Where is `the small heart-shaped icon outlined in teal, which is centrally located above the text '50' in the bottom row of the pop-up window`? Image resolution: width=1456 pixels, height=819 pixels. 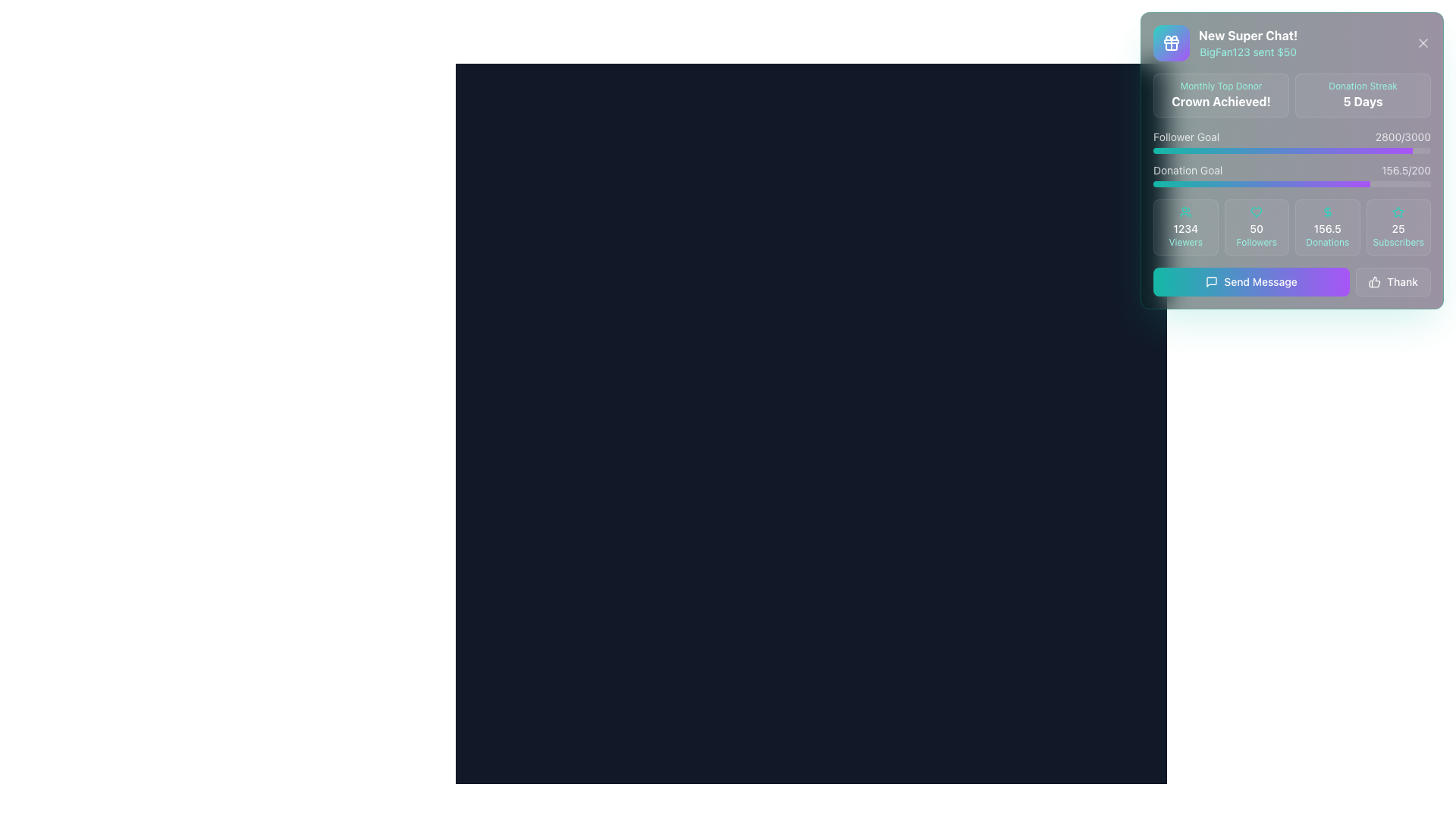
the small heart-shaped icon outlined in teal, which is centrally located above the text '50' in the bottom row of the pop-up window is located at coordinates (1257, 212).